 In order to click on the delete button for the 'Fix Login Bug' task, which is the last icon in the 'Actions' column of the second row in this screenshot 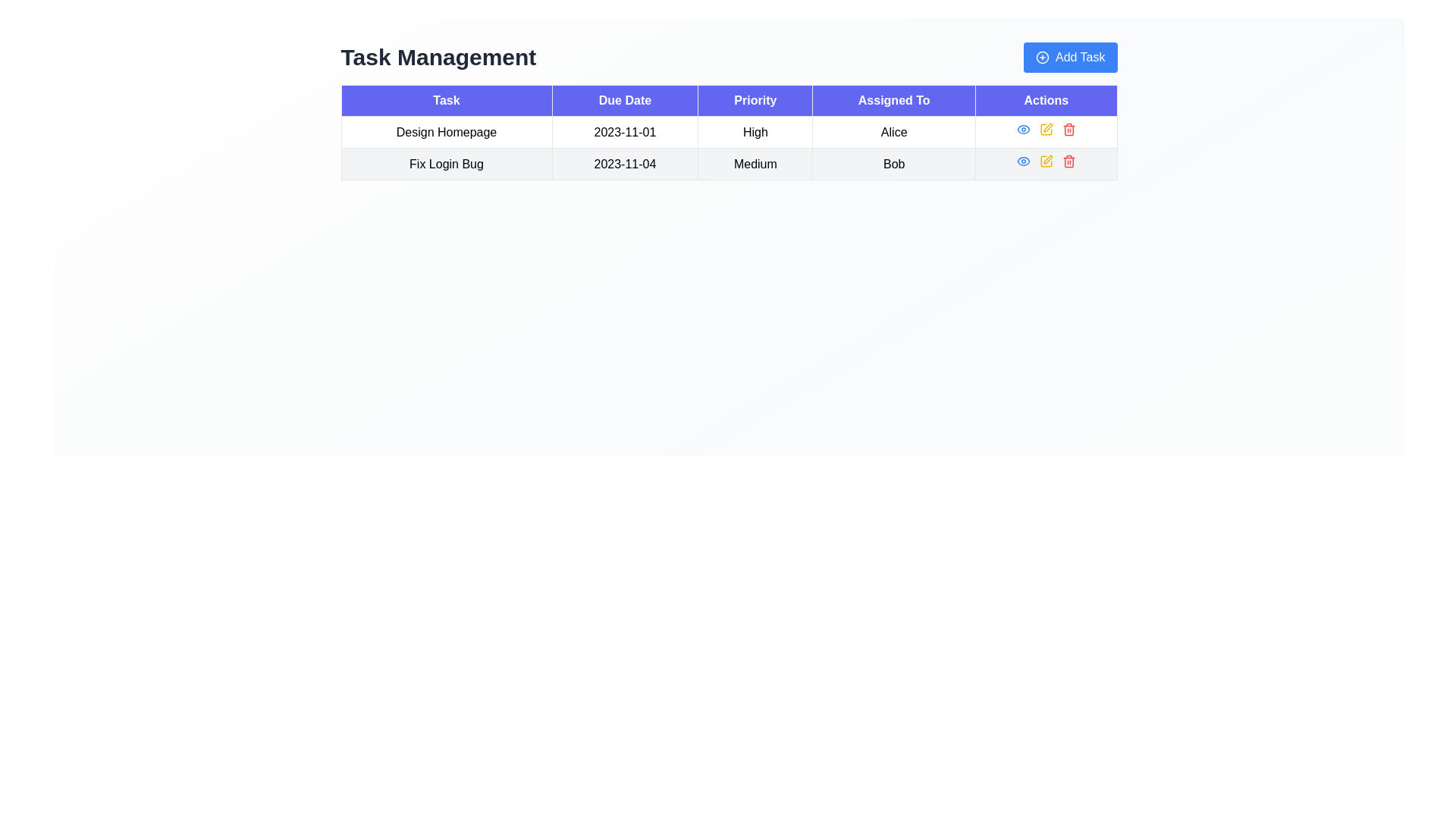, I will do `click(1068, 161)`.